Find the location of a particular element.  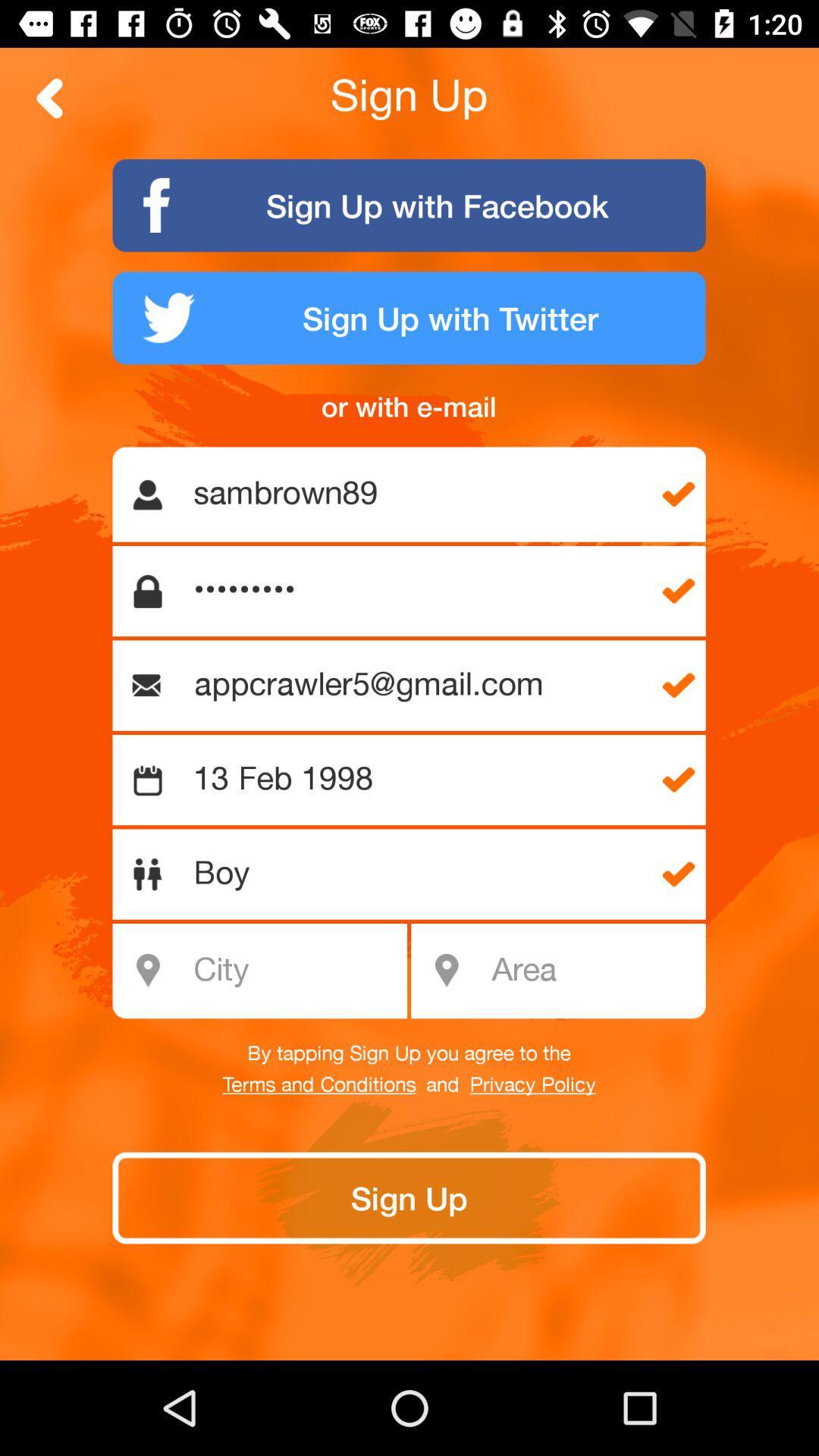

the item next to the and item is located at coordinates (318, 1084).